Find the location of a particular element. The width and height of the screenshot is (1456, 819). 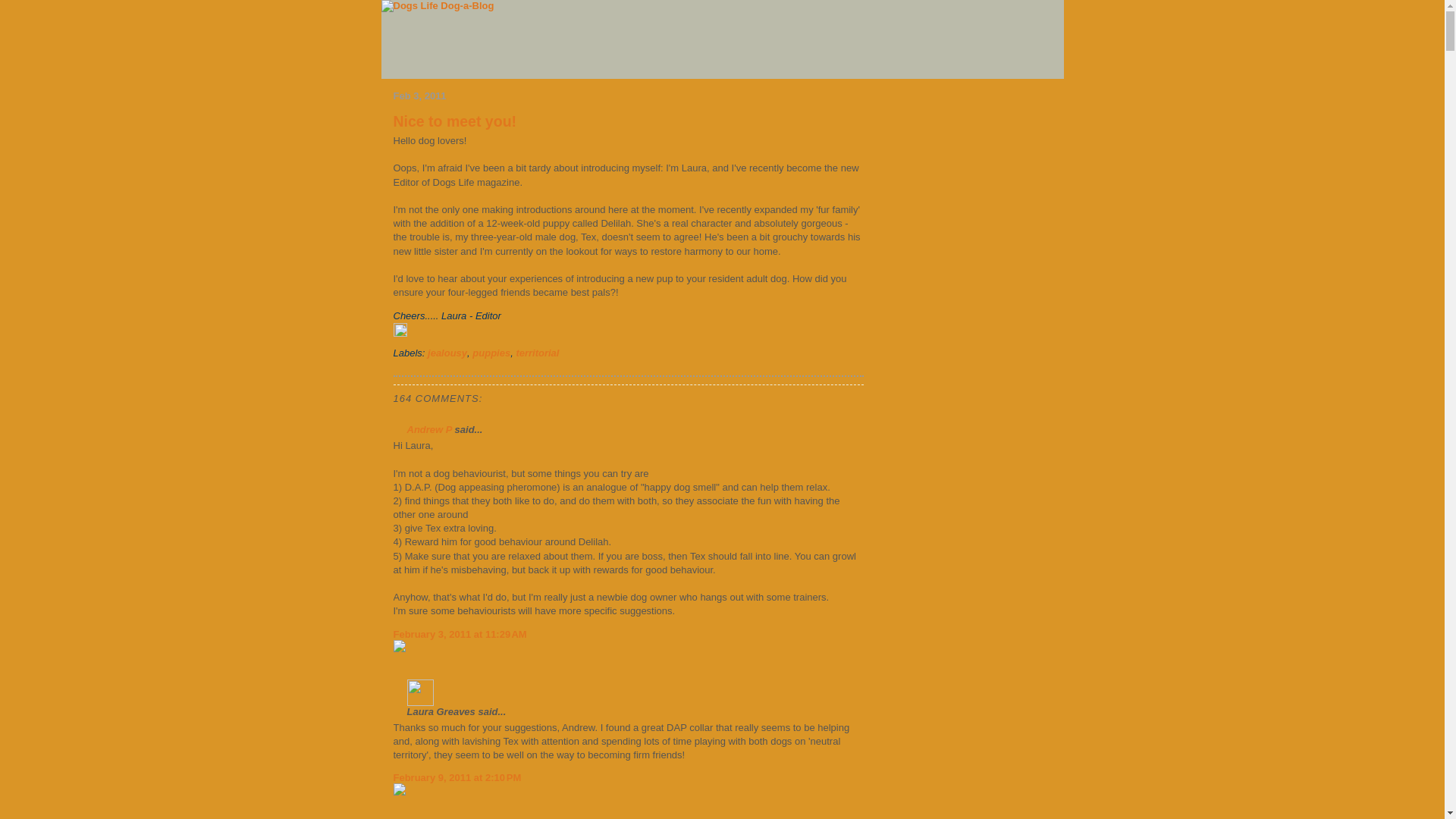

'territorial' is located at coordinates (537, 353).